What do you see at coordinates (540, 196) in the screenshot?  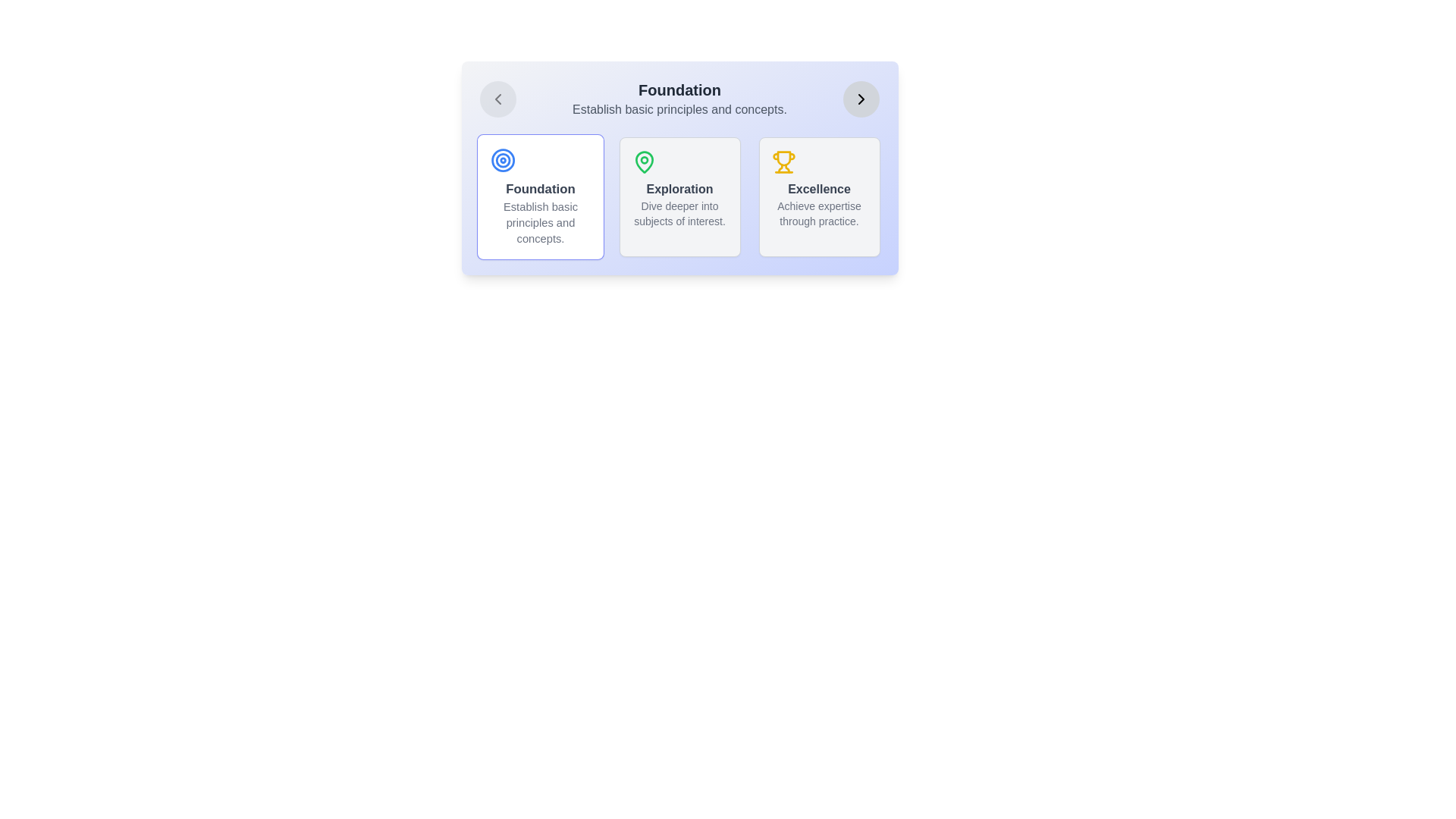 I see `the leftmost Informational Card in the grid, which features a blue target icon and the text 'Foundation'` at bounding box center [540, 196].